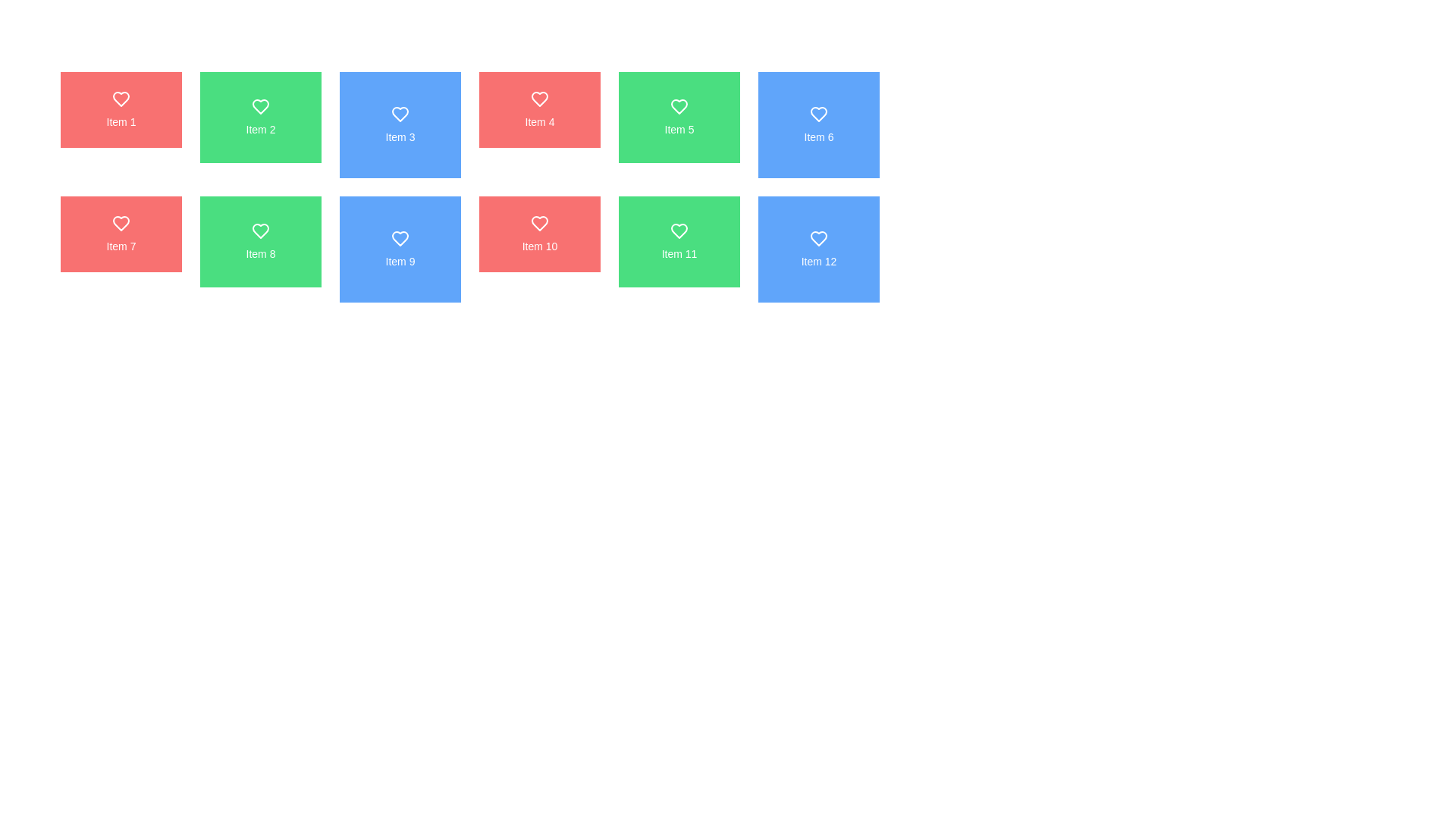 Image resolution: width=1456 pixels, height=819 pixels. Describe the element at coordinates (818, 124) in the screenshot. I see `the sixth item in the grid, which is a clickable box located in the first row and last column` at that location.